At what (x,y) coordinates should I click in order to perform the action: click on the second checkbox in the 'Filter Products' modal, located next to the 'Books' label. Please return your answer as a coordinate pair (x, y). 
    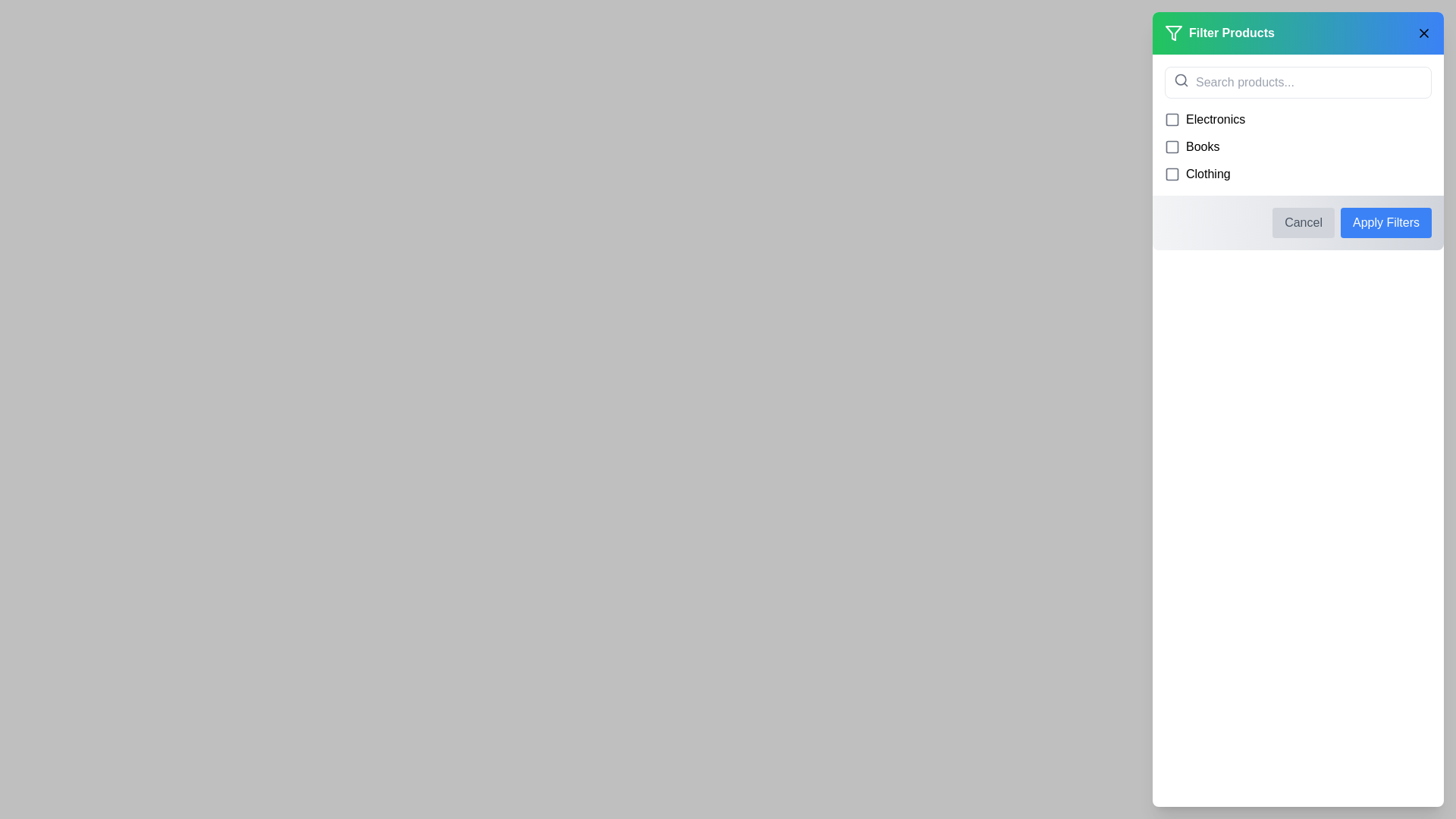
    Looking at the image, I should click on (1171, 146).